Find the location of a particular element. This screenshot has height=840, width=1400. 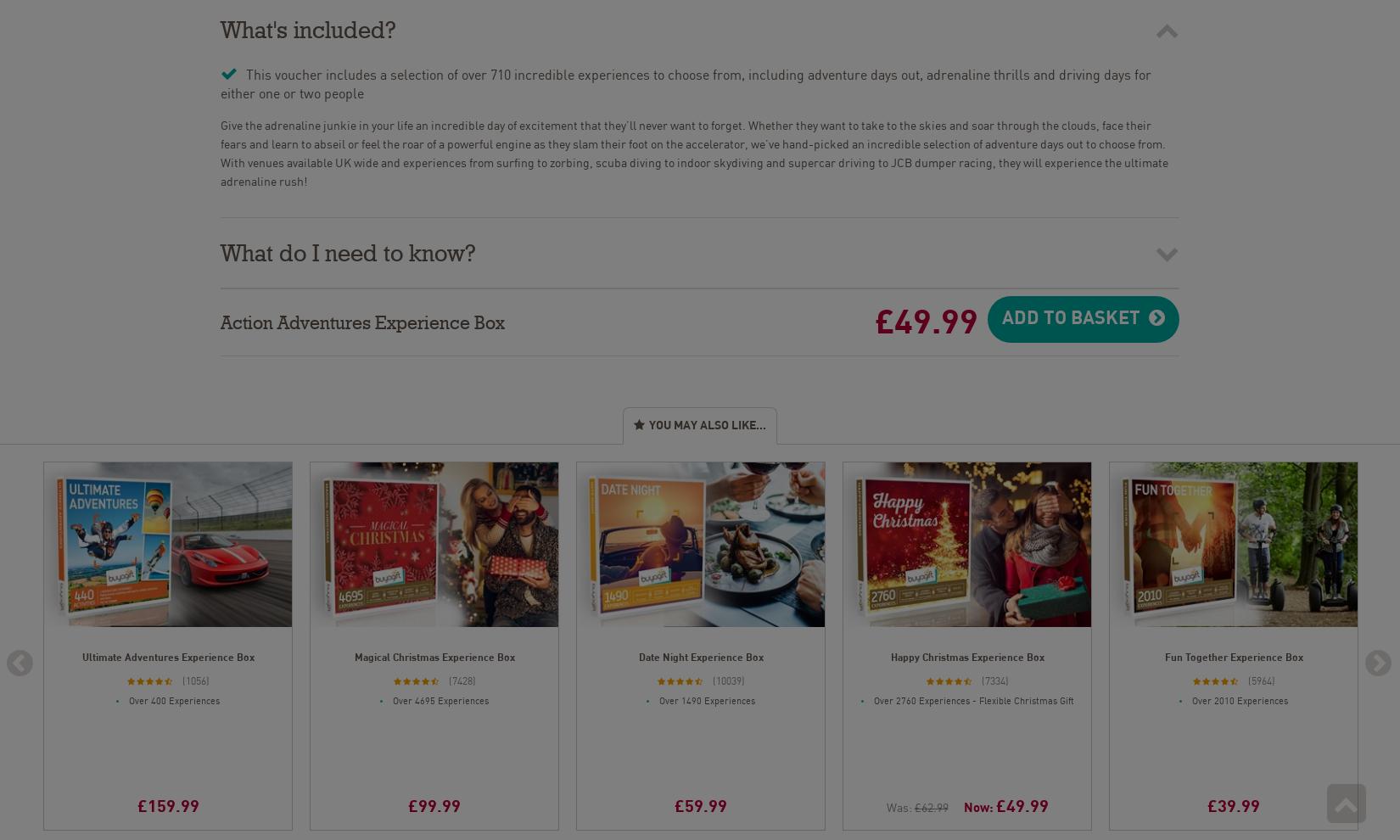

'Date Night Experience Box' is located at coordinates (700, 654).